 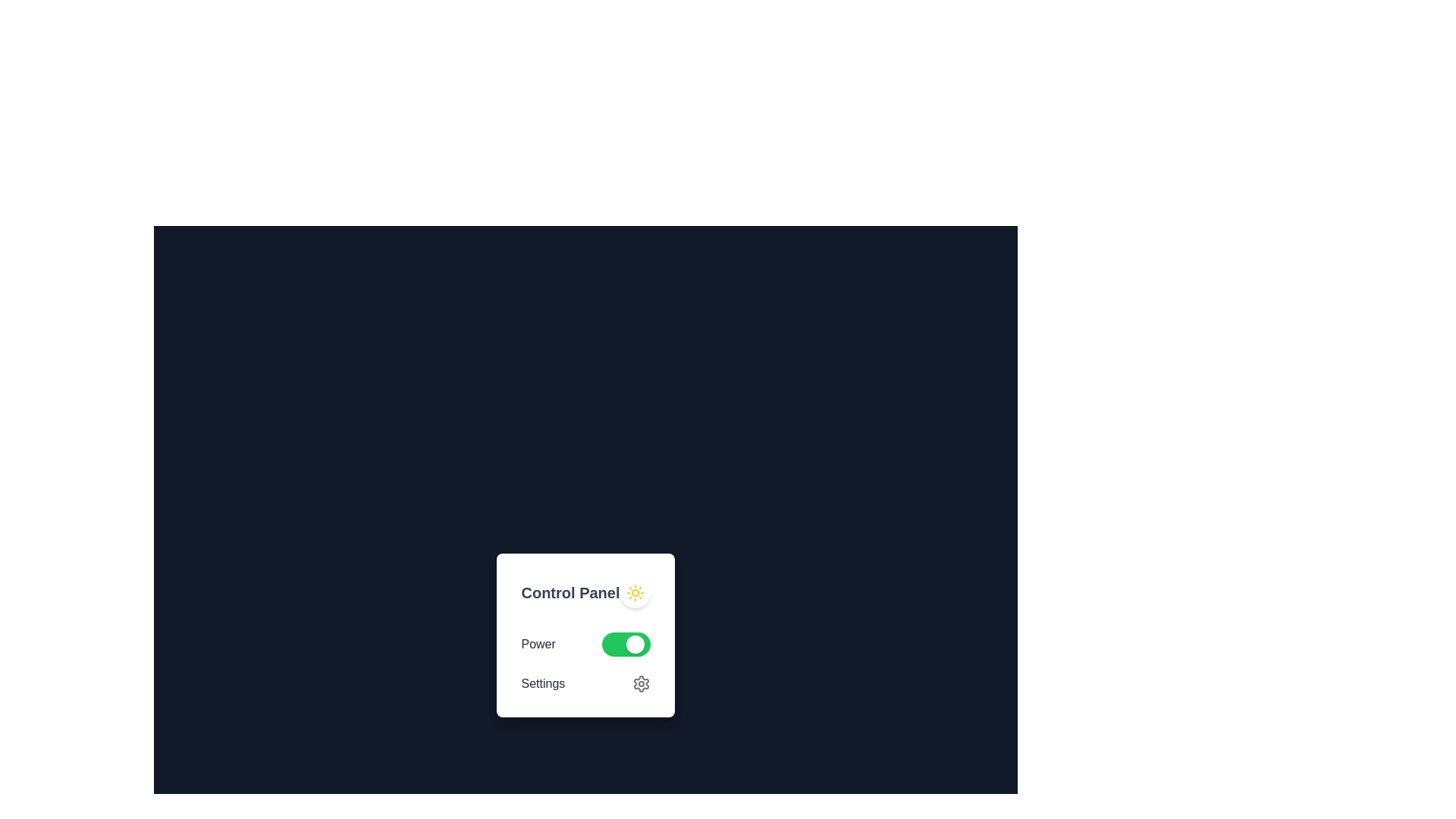 I want to click on the circular toggle switch handle, located at the rightmost position of the green track below the 'Power' label, so click(x=635, y=644).